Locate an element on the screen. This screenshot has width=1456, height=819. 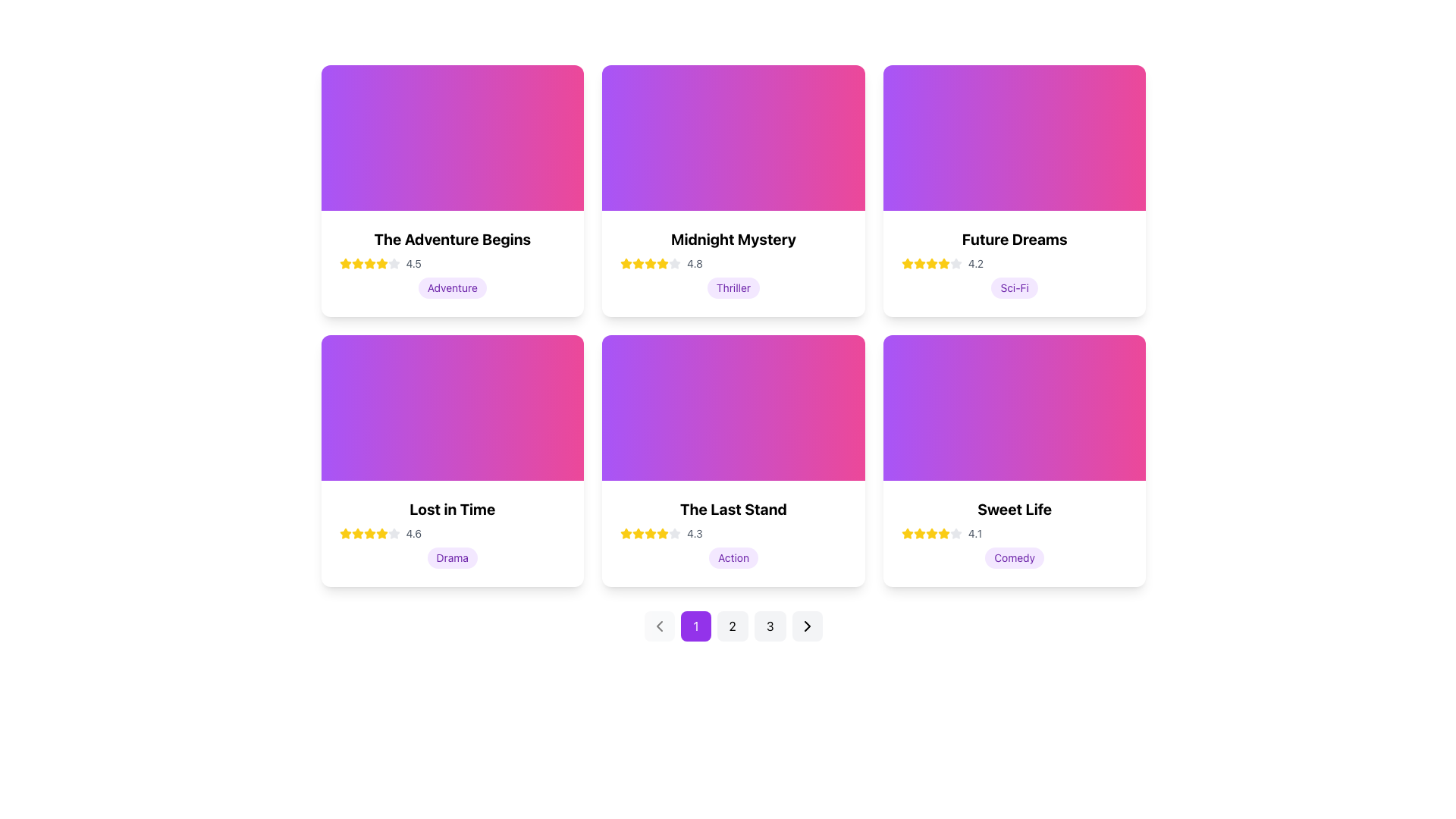
the third star icon representing a 4.3-star rating for the item titled 'The Last Stand' is located at coordinates (639, 533).